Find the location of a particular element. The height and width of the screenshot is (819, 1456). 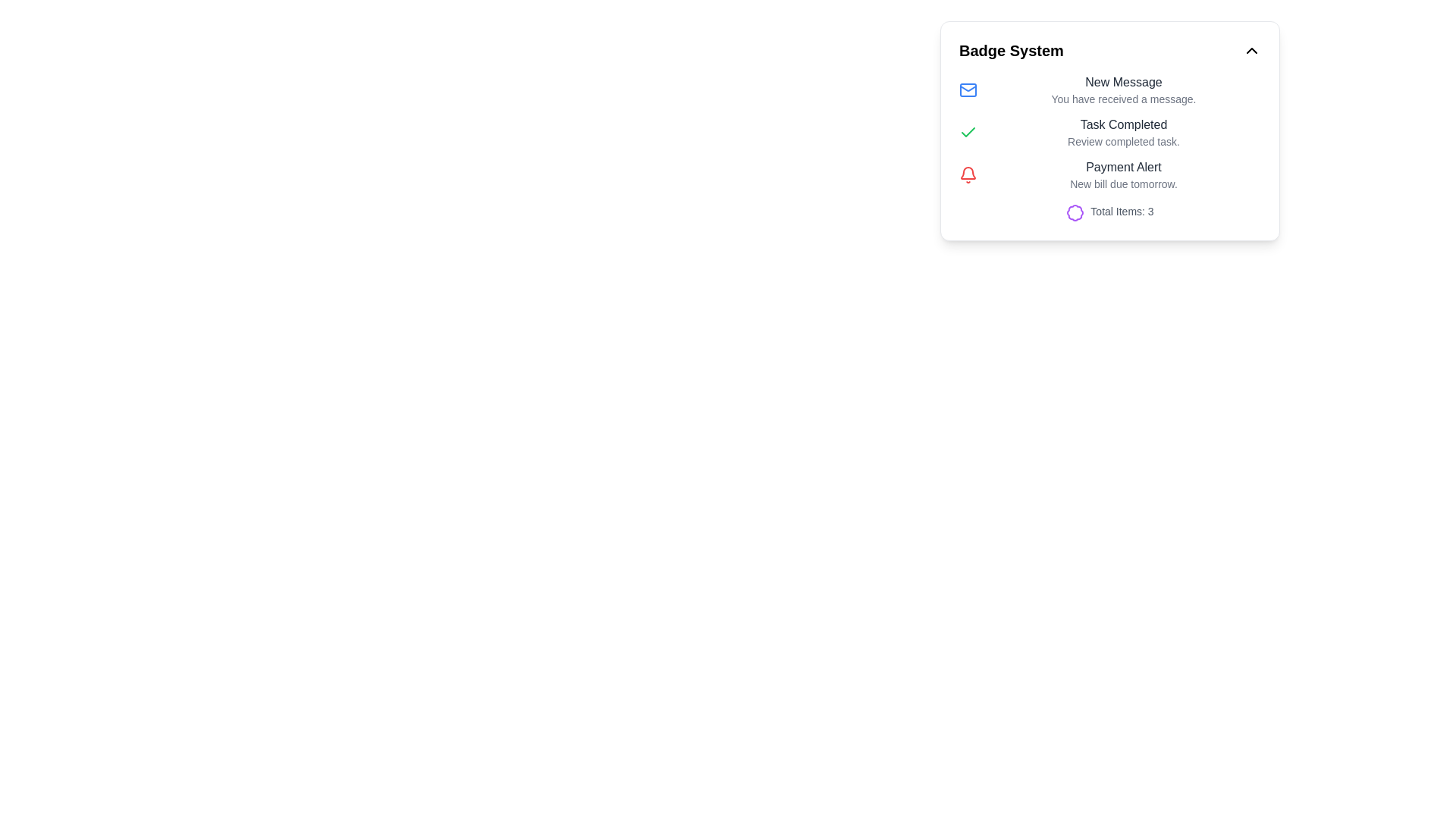

text element displaying the total item count located in the bottom-right part of the 'Badge System' group, positioned immediately to the right of the circular badge icon is located at coordinates (1122, 213).